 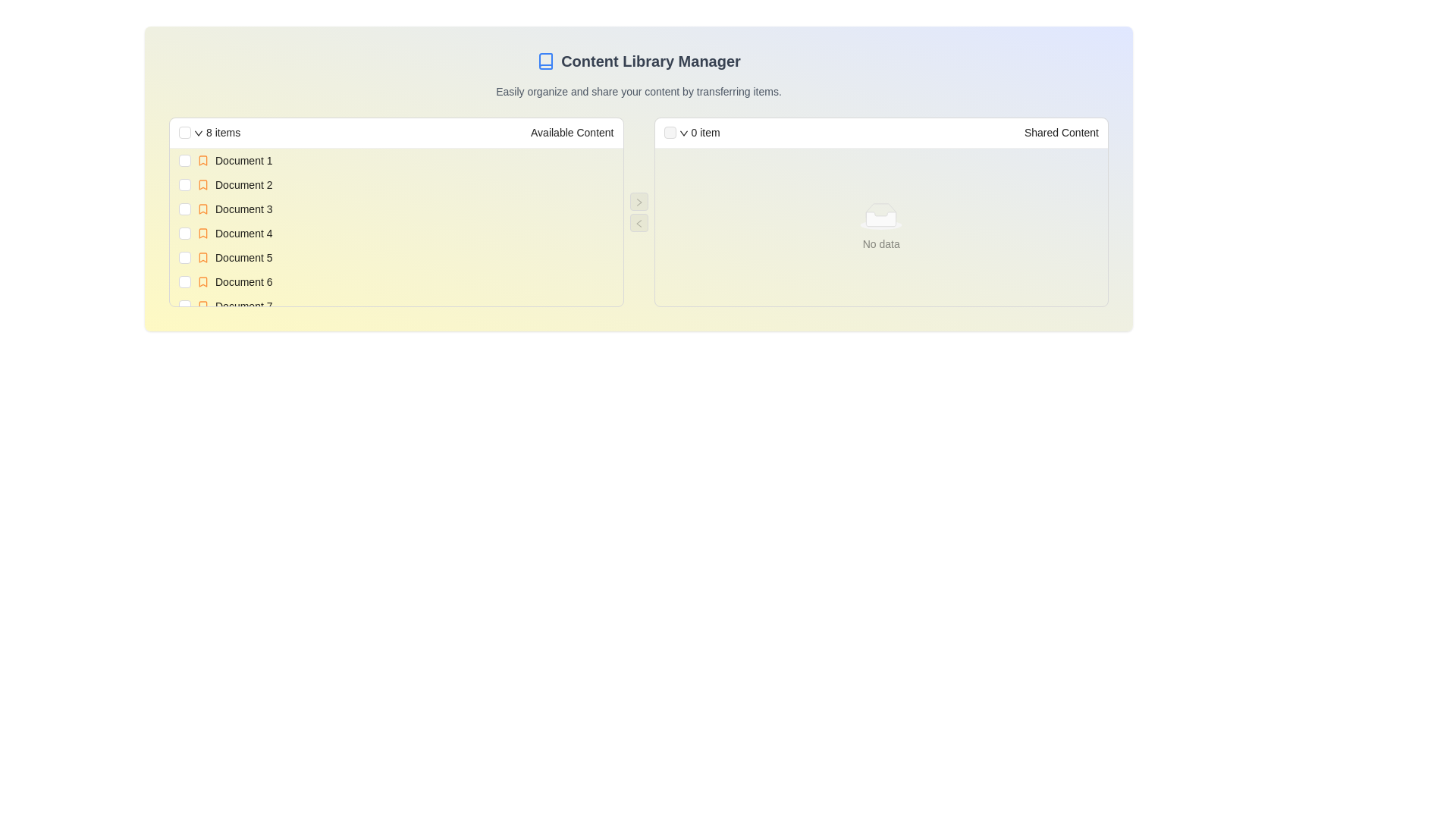 I want to click on the 'Document 4' item, which is the fourth selectable item in the 'Available Content' list, so click(x=405, y=234).